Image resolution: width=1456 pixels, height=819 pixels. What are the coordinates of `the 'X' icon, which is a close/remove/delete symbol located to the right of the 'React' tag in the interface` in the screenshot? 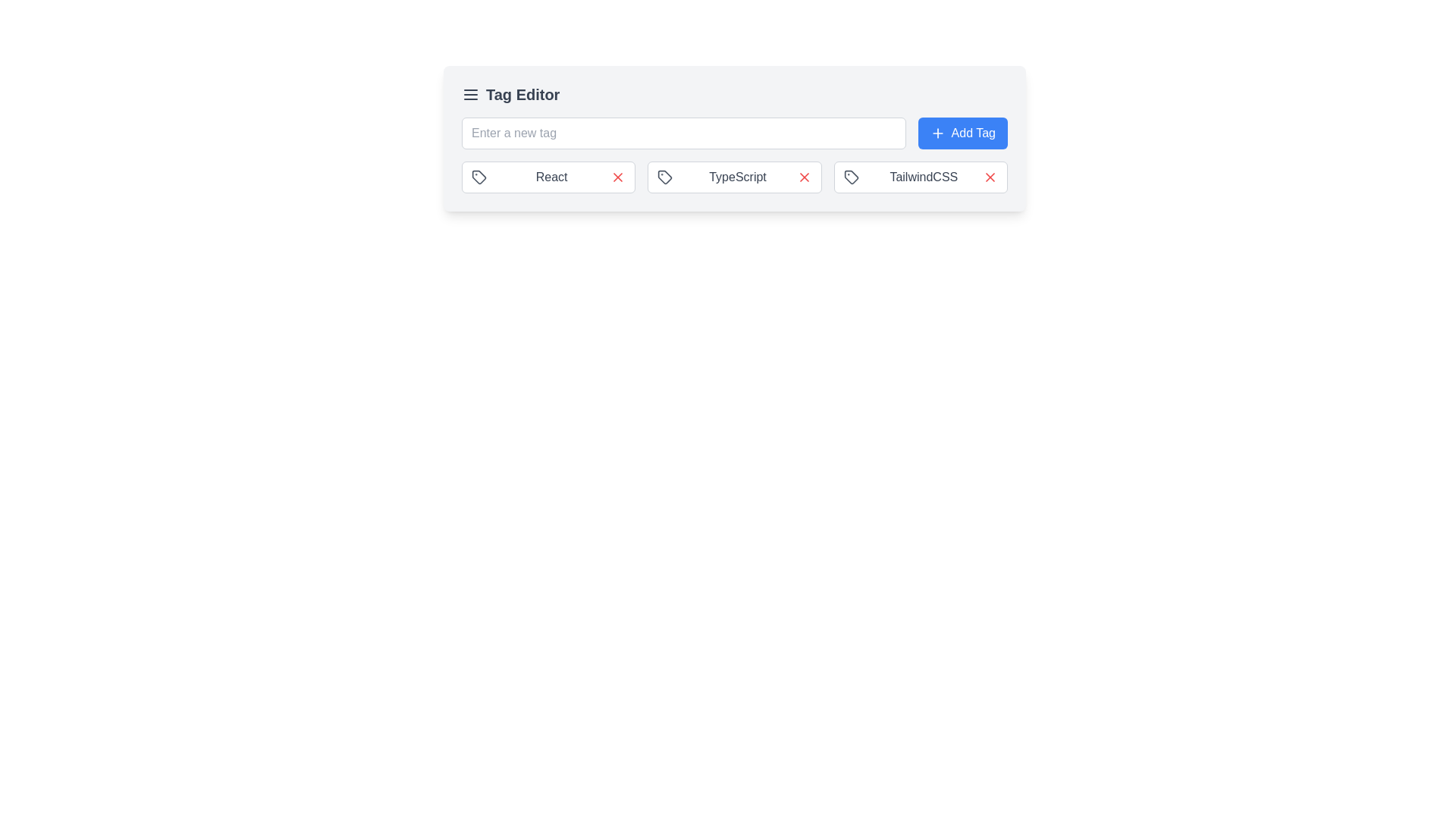 It's located at (618, 177).